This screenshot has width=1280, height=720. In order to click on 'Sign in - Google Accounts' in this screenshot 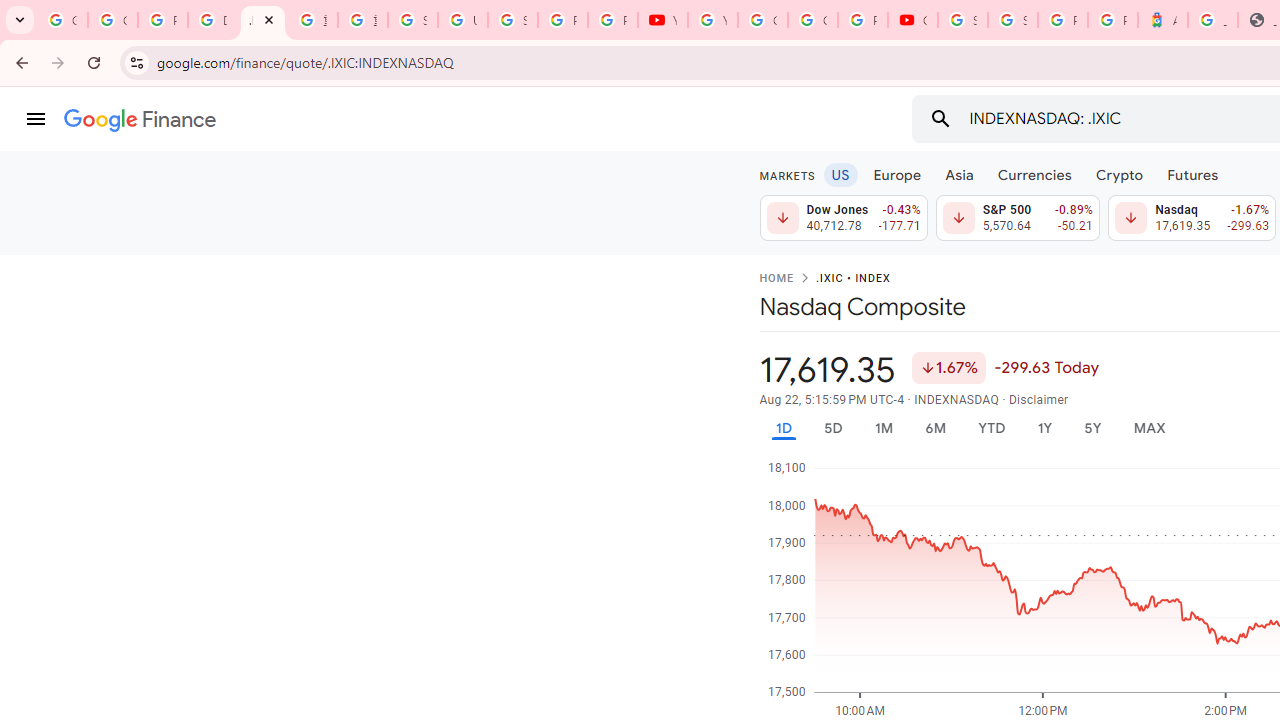, I will do `click(512, 20)`.